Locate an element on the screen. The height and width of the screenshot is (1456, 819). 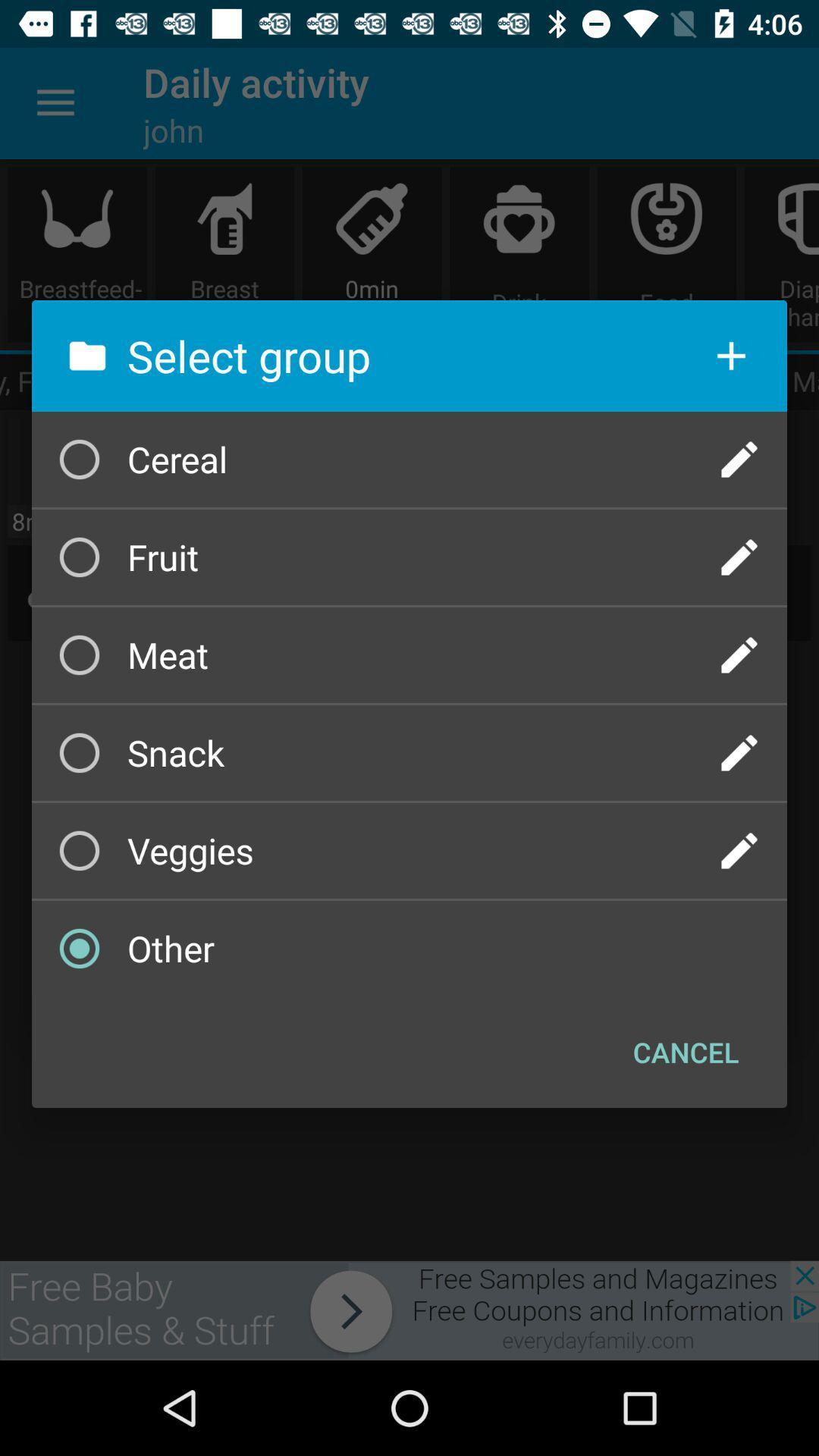
add is located at coordinates (730, 355).